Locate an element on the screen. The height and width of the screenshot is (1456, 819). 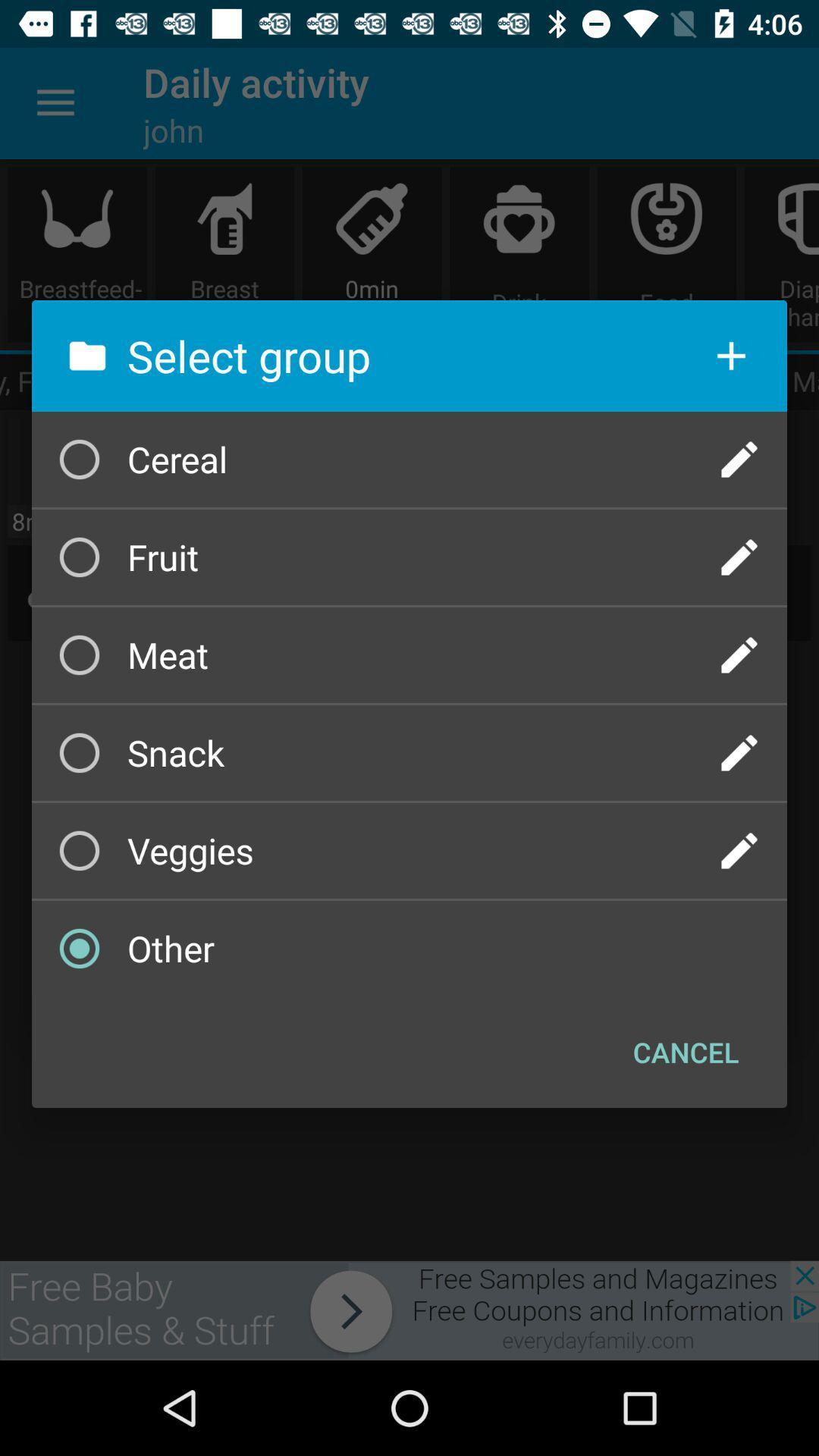
add is located at coordinates (730, 355).